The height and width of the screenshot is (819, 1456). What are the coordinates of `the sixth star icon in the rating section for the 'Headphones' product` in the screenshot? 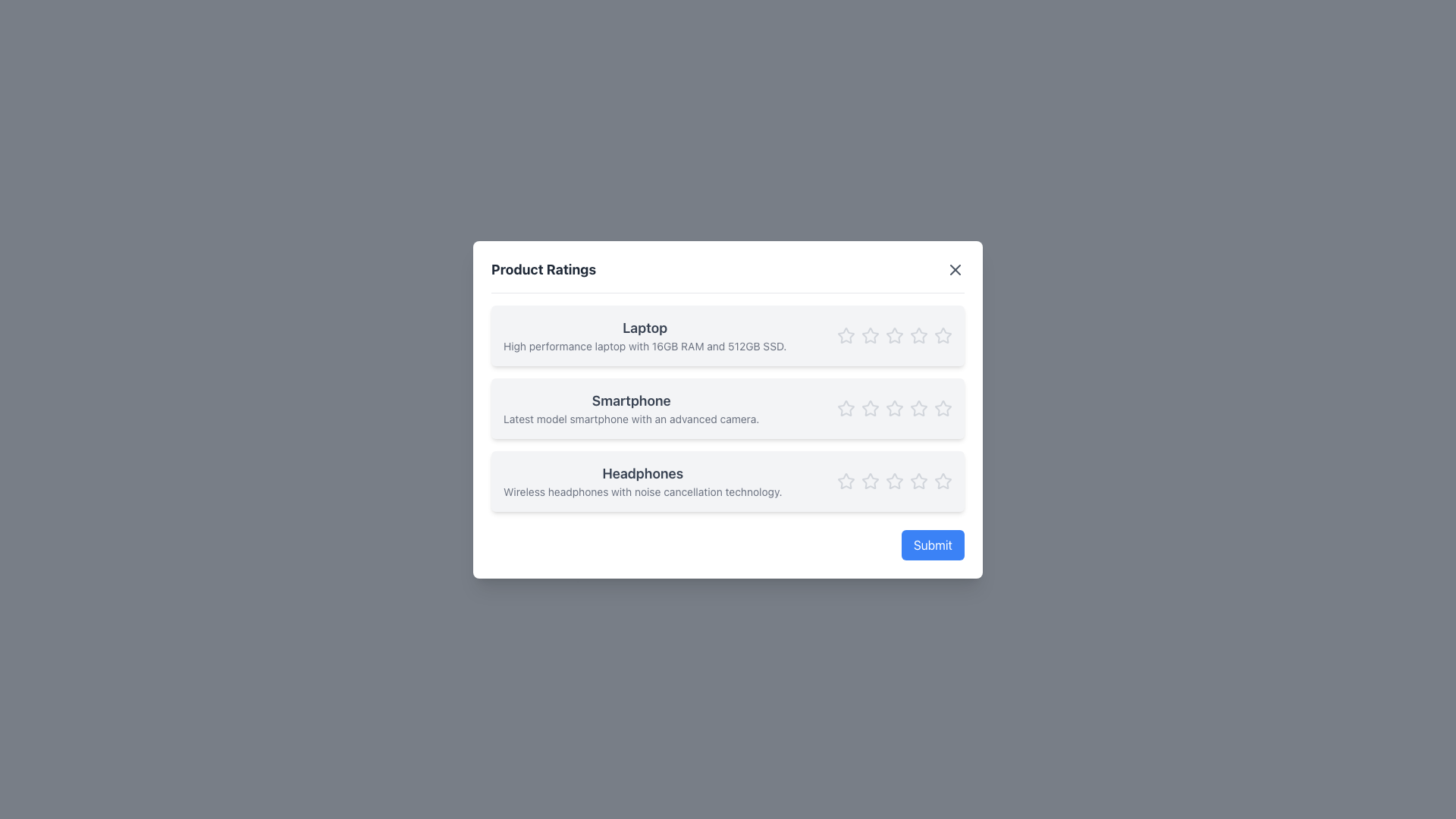 It's located at (918, 480).